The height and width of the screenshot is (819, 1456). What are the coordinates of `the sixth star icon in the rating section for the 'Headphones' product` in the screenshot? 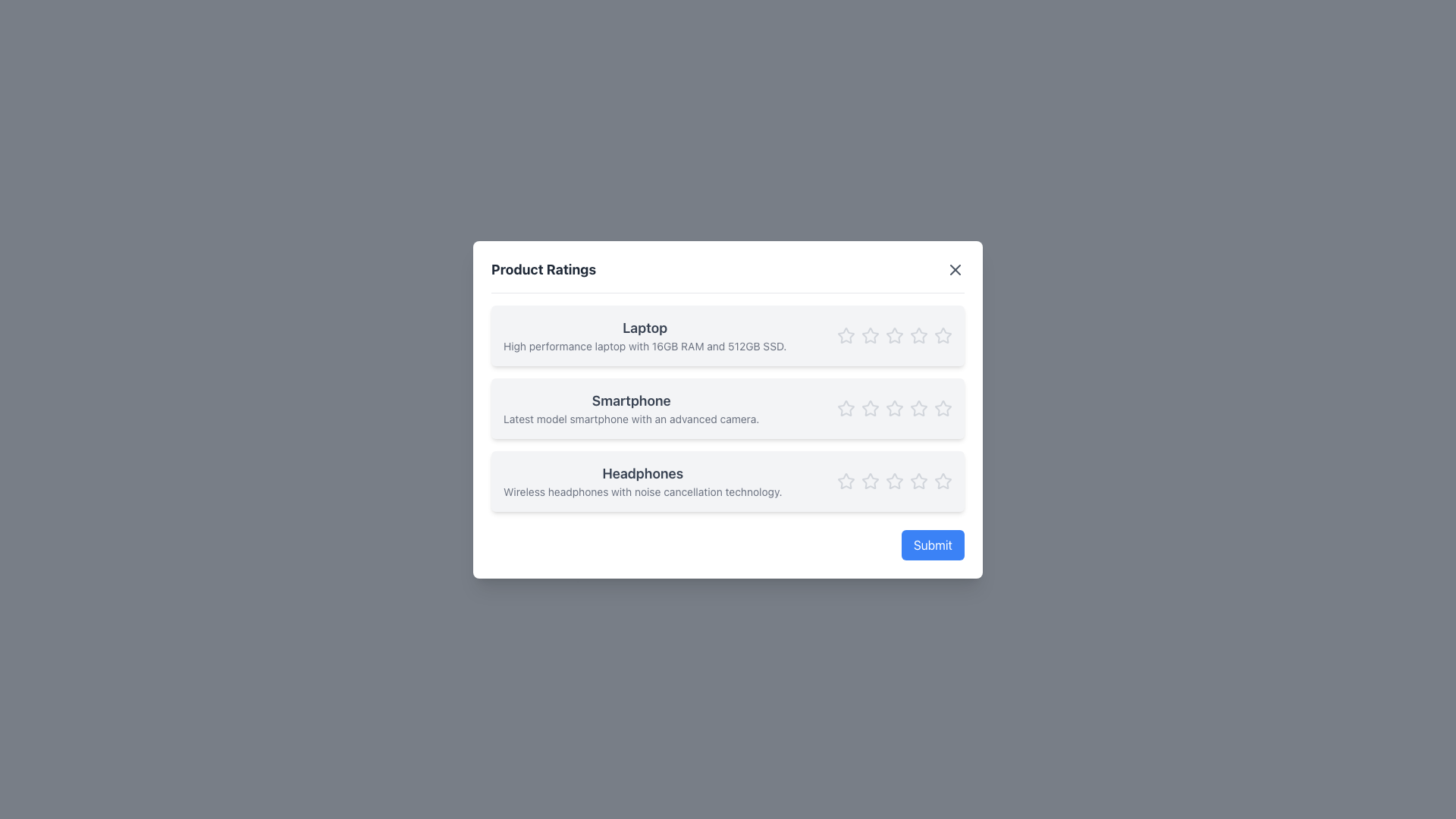 It's located at (918, 480).